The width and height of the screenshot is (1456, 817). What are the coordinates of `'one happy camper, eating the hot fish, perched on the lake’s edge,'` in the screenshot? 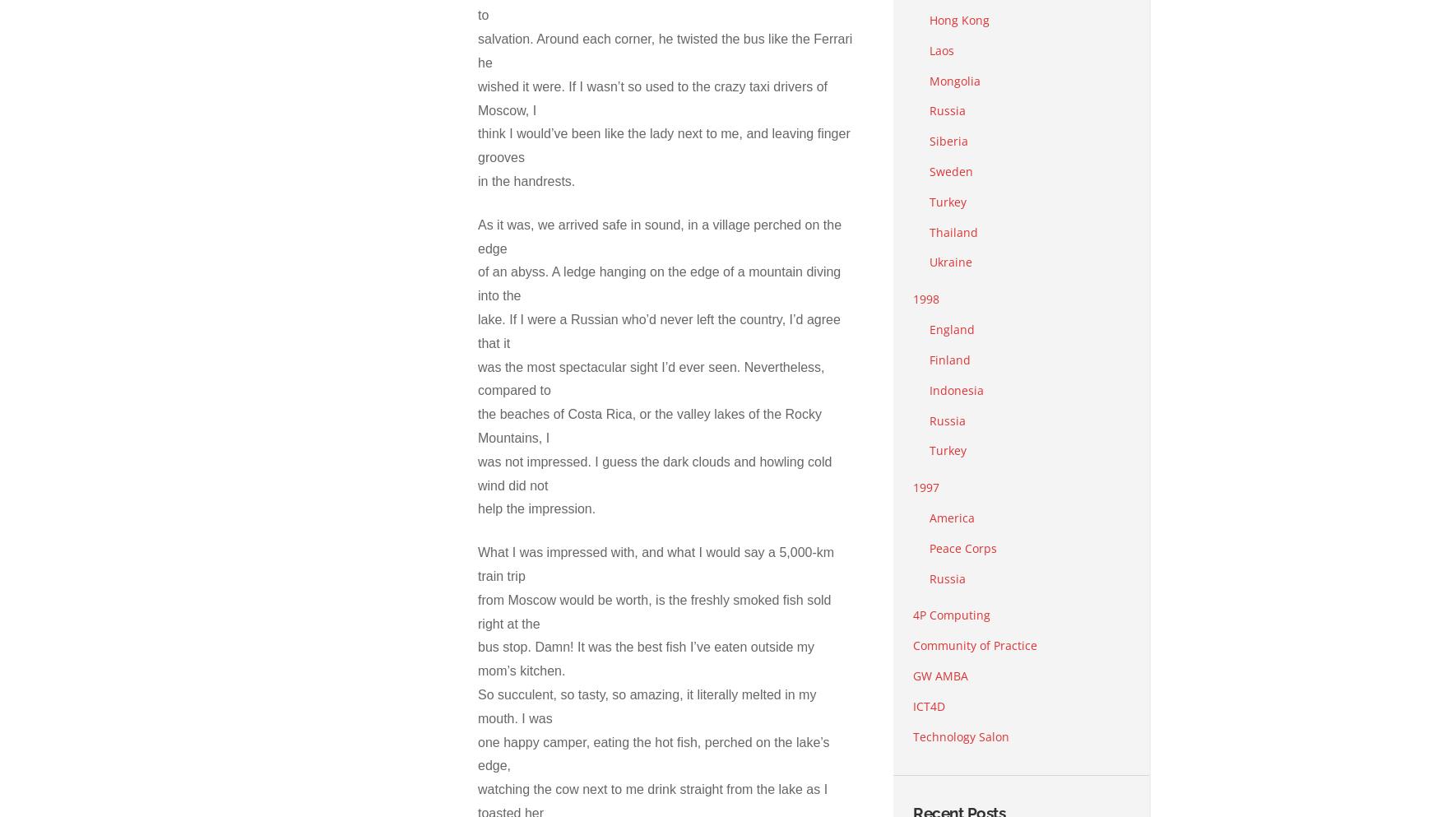 It's located at (653, 754).